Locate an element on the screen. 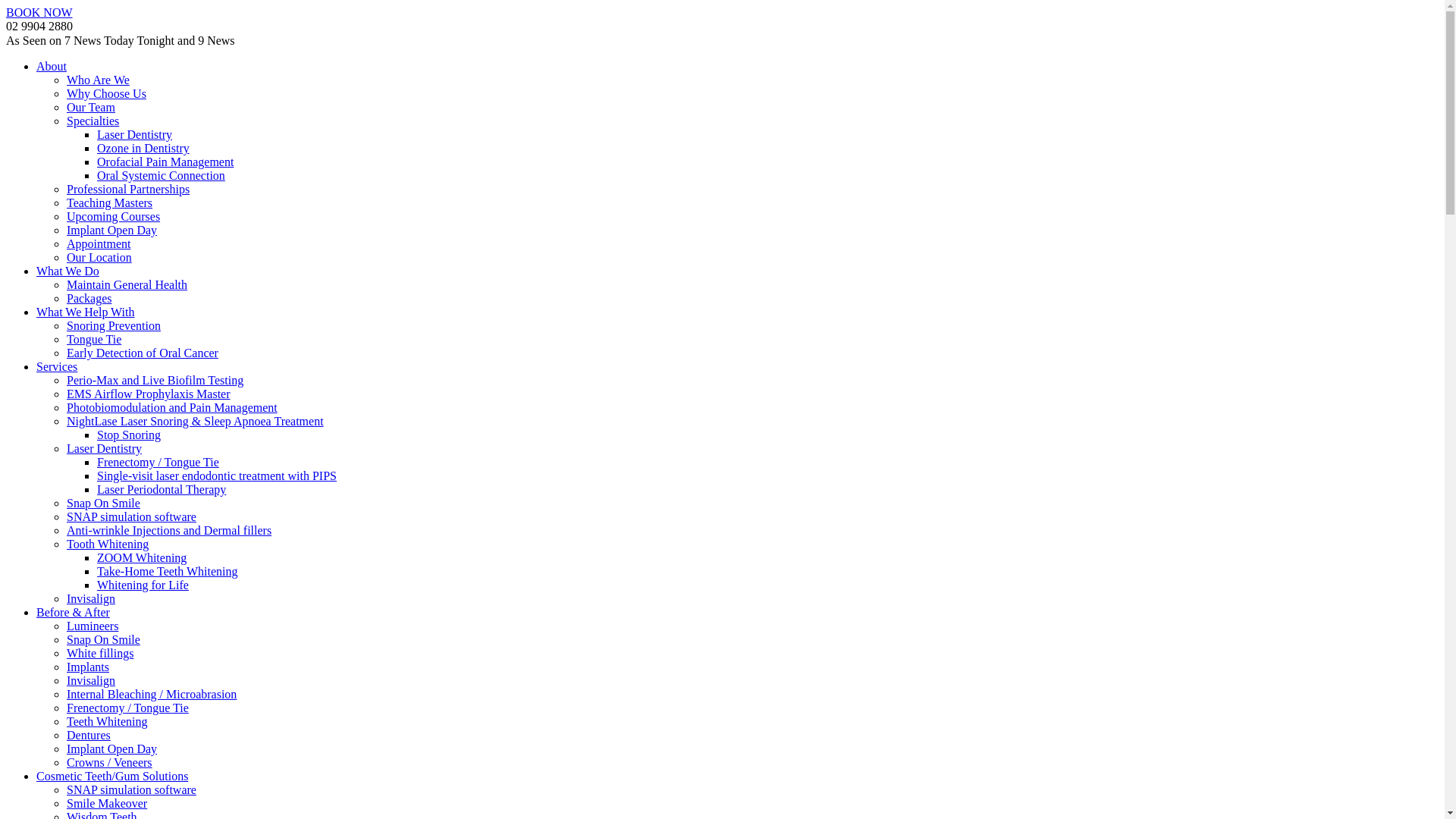 The width and height of the screenshot is (1456, 819). 'Whitening for Life' is located at coordinates (143, 584).